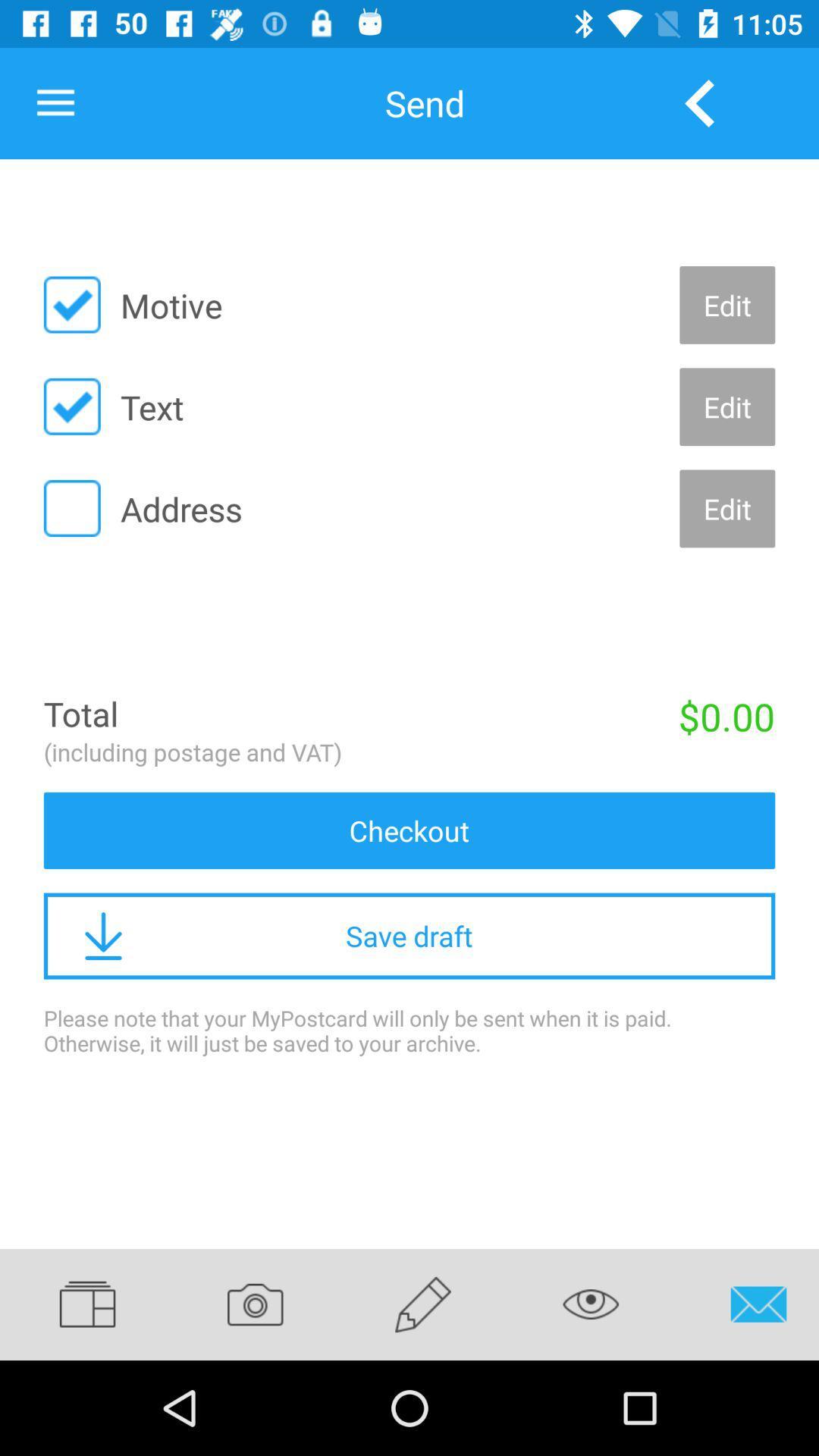 The image size is (819, 1456). Describe the element at coordinates (55, 102) in the screenshot. I see `the item to the left of send` at that location.